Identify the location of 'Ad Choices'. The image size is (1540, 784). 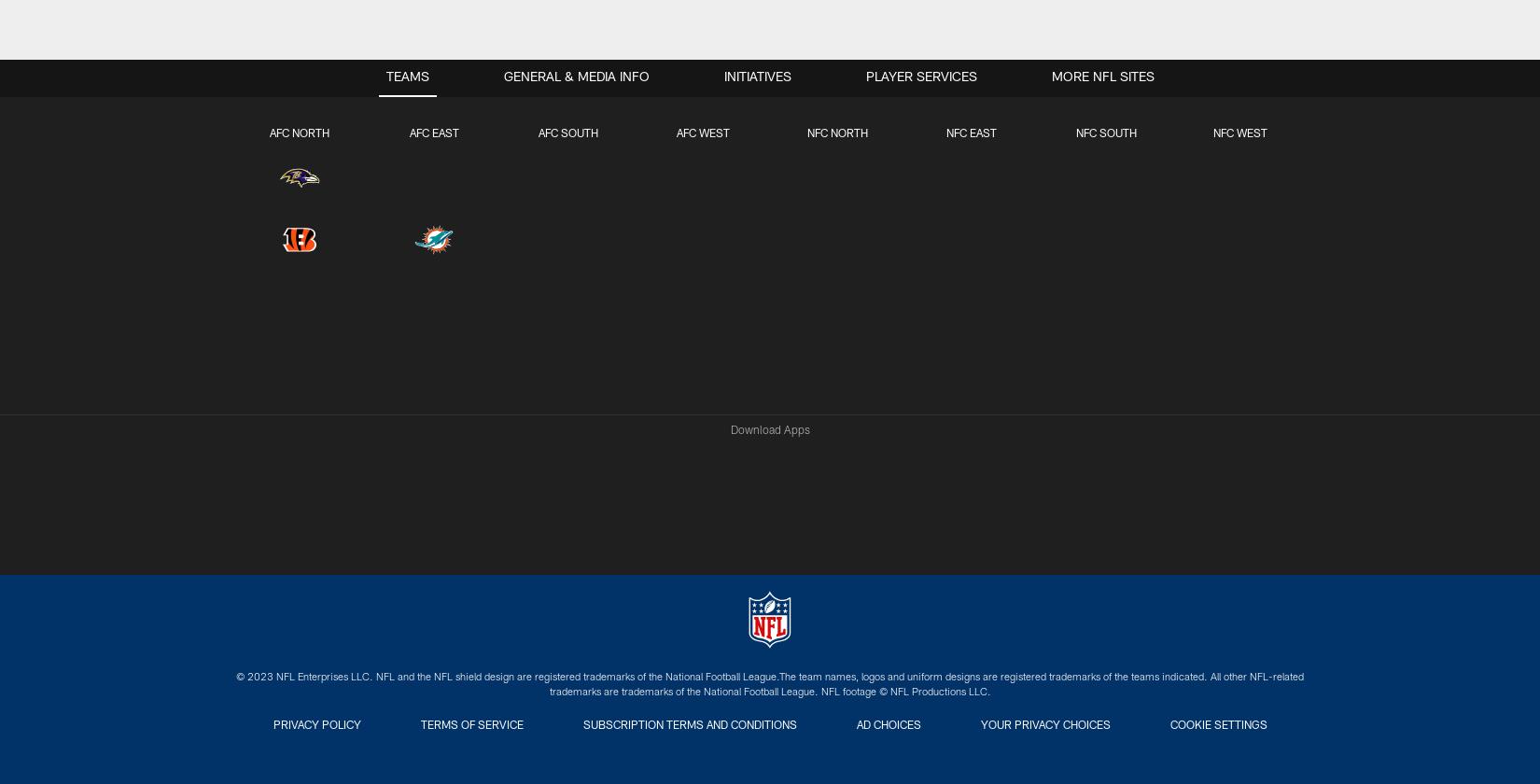
(888, 726).